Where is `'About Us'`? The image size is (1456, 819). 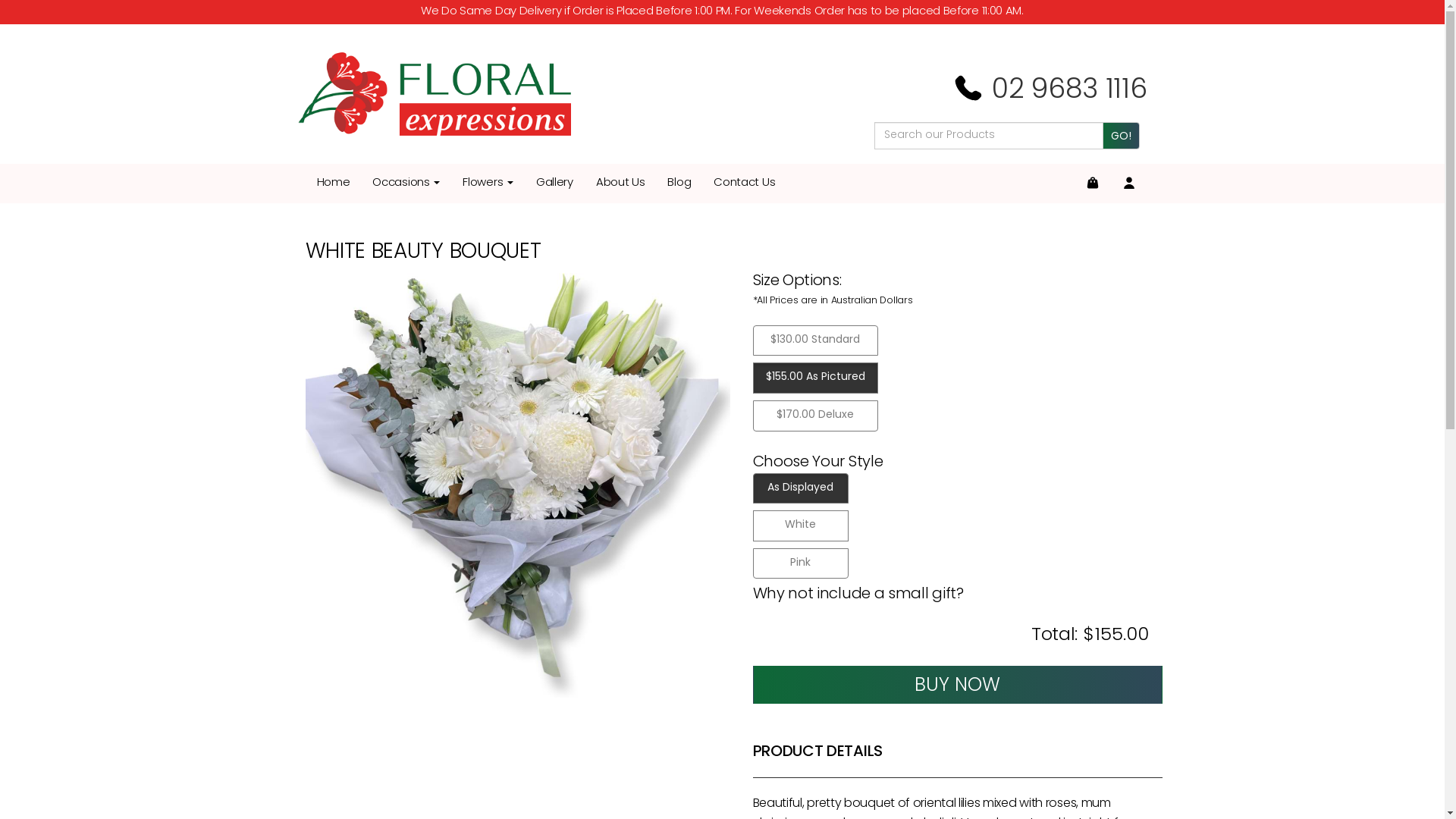 'About Us' is located at coordinates (620, 183).